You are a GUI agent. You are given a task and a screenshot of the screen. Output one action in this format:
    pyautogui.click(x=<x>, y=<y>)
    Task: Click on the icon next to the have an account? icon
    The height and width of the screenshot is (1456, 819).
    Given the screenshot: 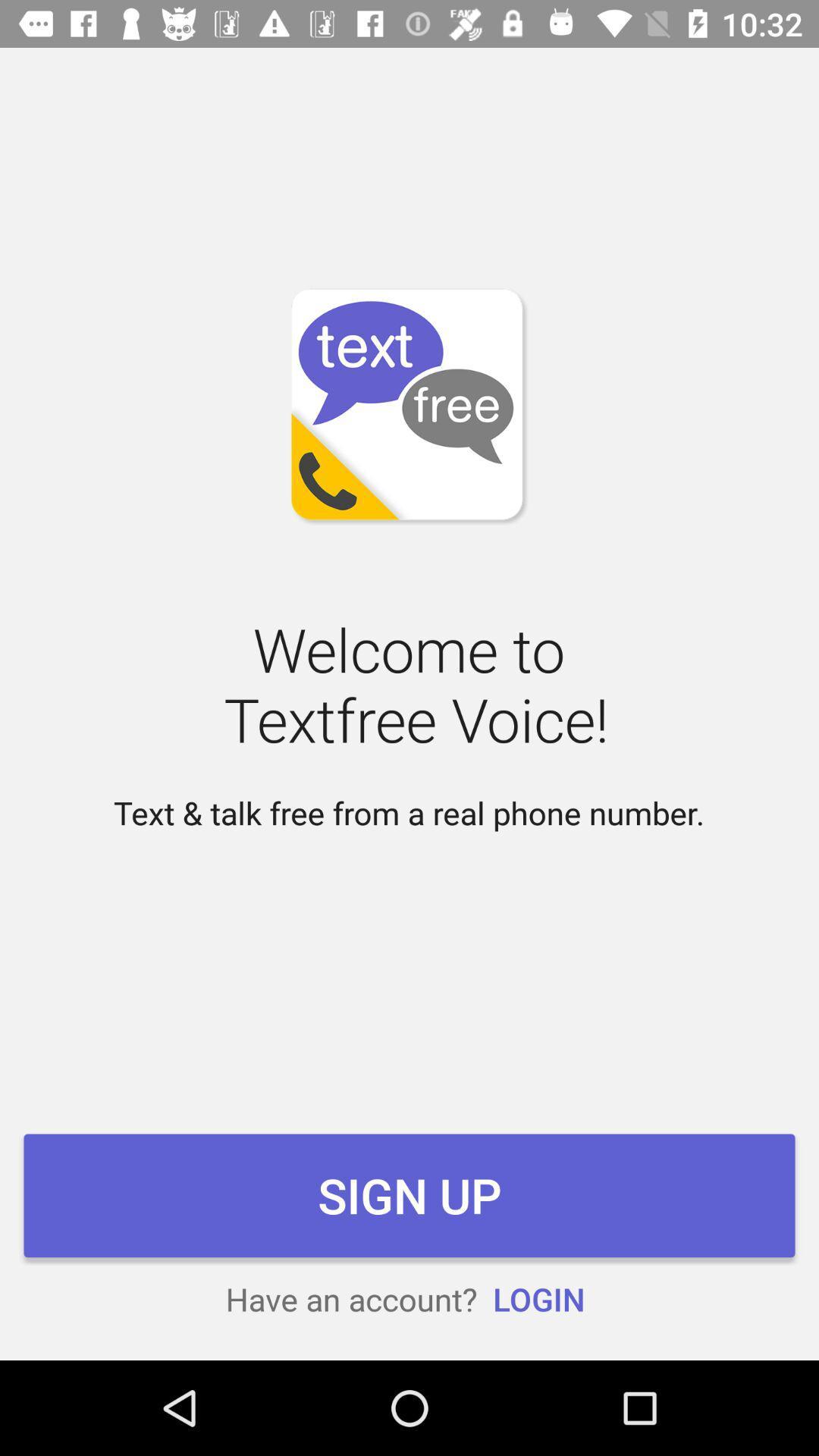 What is the action you would take?
    pyautogui.click(x=538, y=1298)
    